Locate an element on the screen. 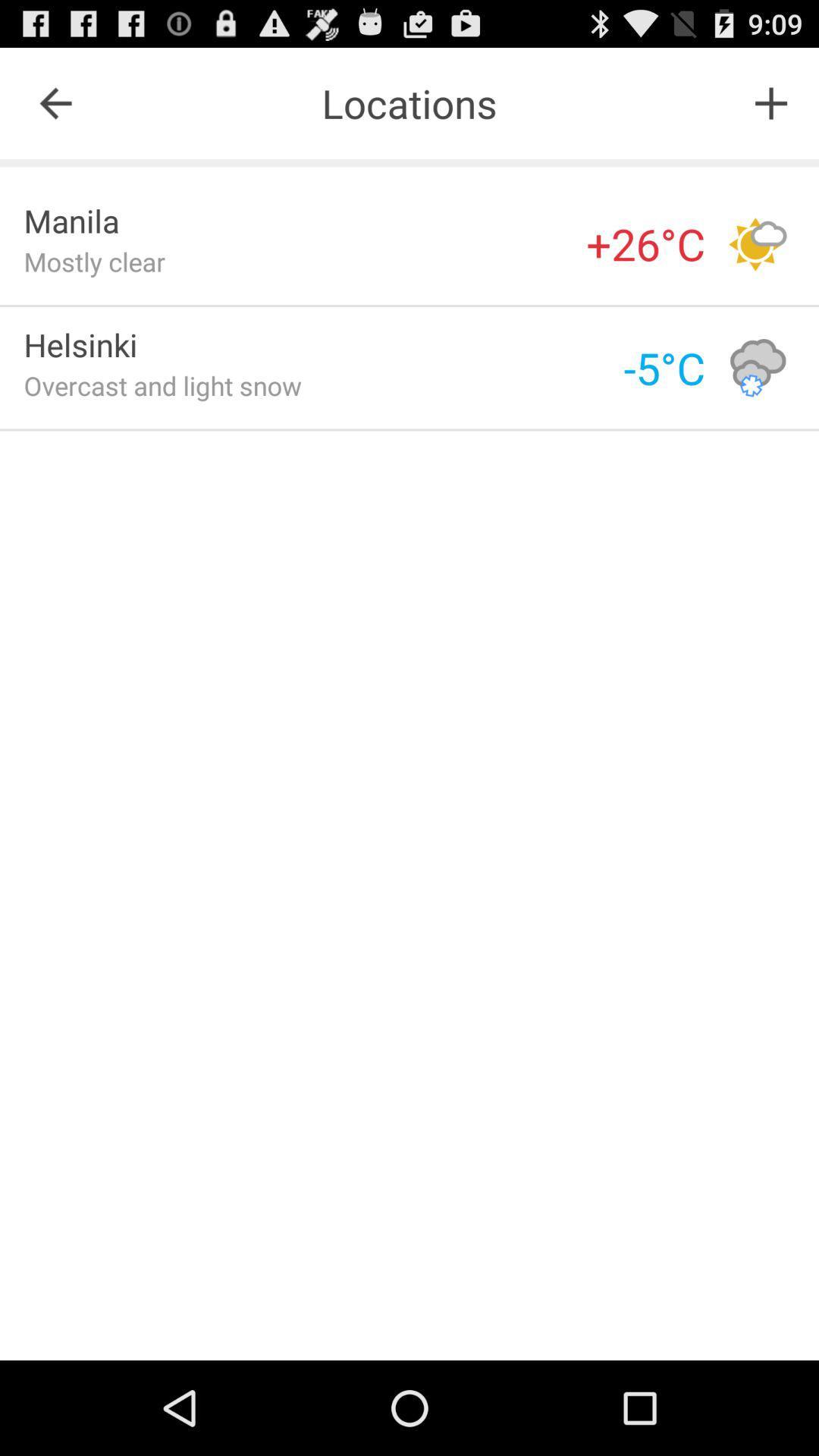 The image size is (819, 1456). icon to the left of the locations icon is located at coordinates (55, 102).